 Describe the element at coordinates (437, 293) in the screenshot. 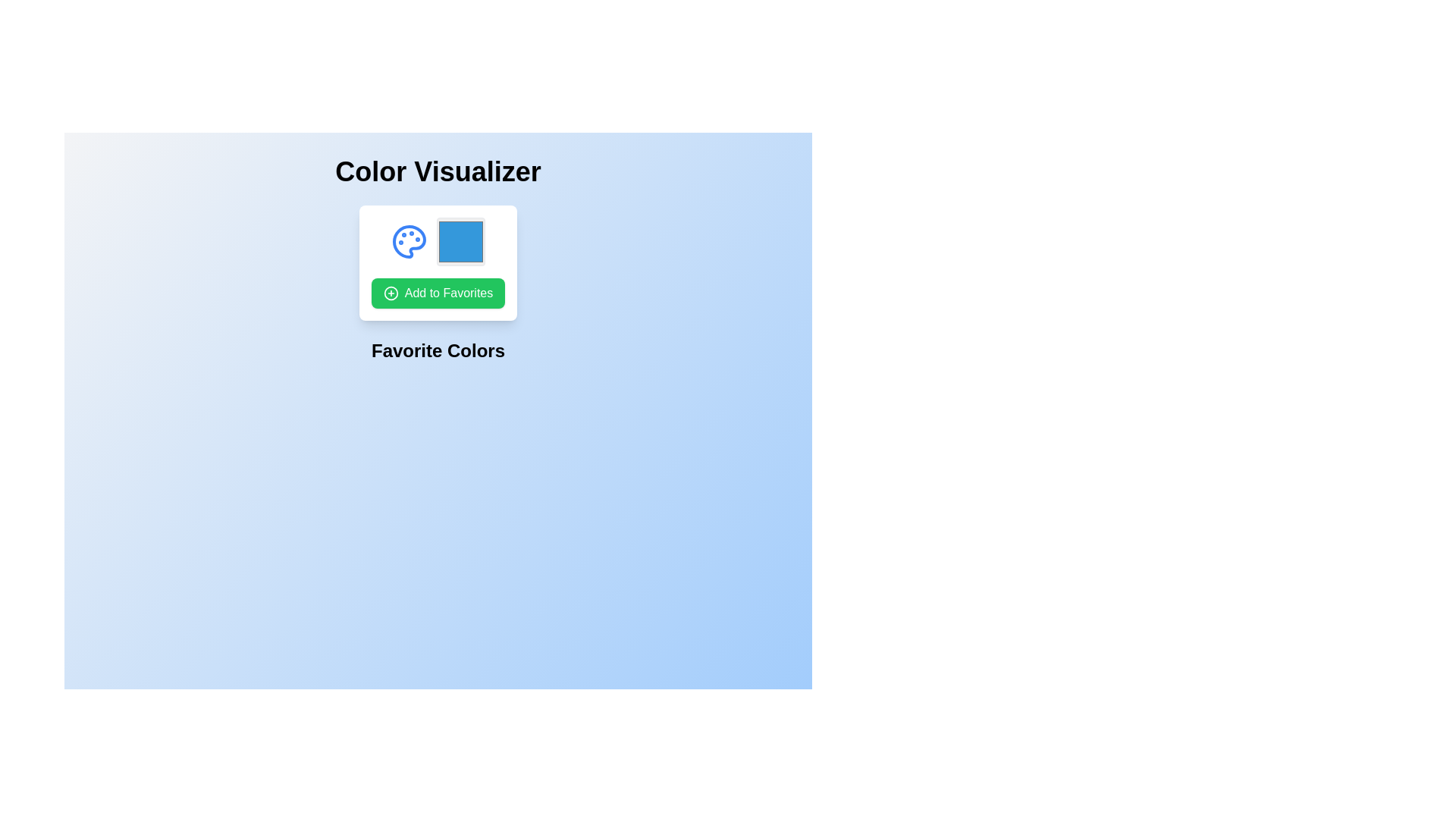

I see `the button that allows users to add the currently selected color or item to their favorites list, which is located beneath the palette icon and above the label 'Favorite Colors'` at that location.